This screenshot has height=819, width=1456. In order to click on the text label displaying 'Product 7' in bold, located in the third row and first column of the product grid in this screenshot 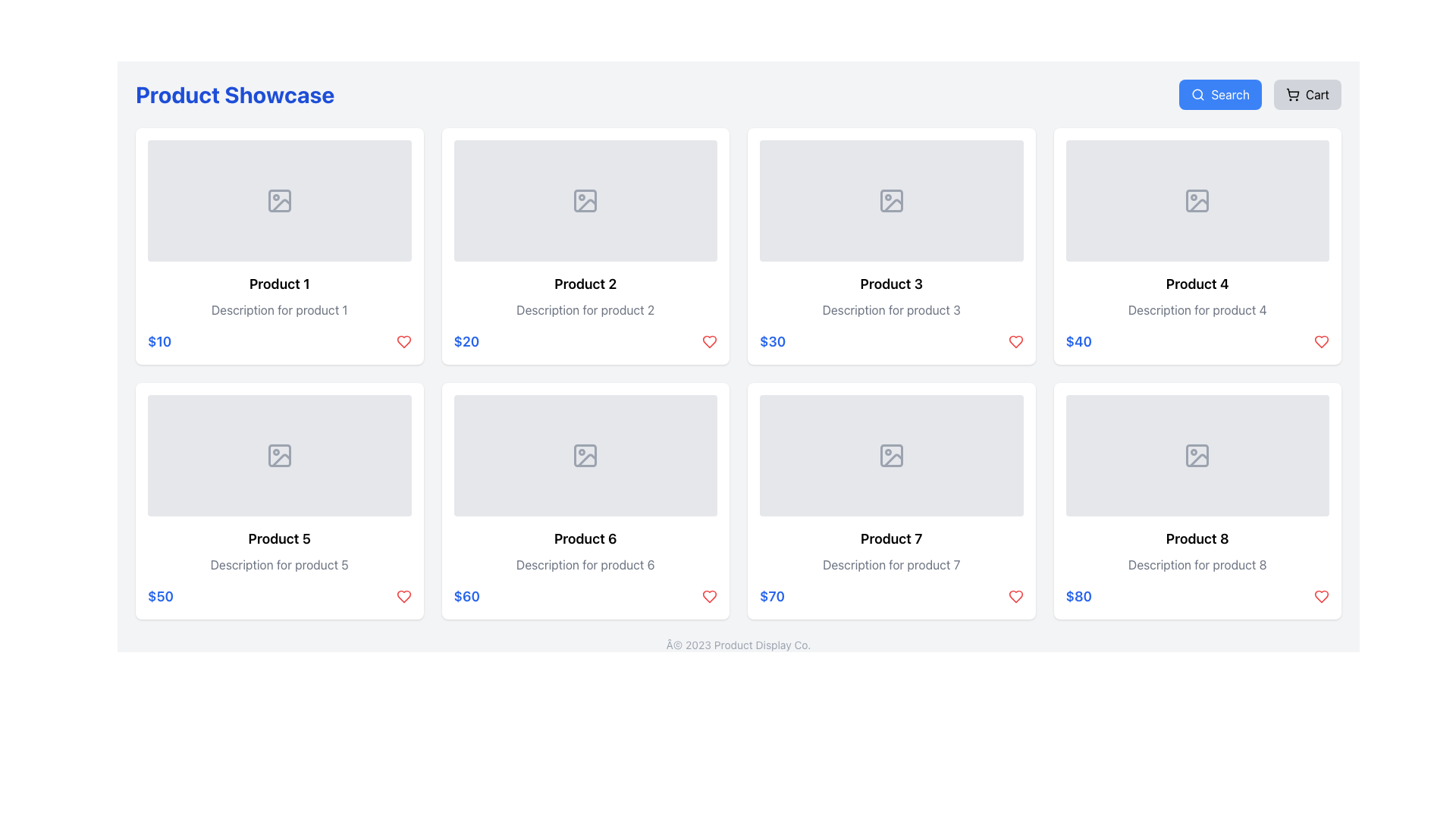, I will do `click(891, 538)`.